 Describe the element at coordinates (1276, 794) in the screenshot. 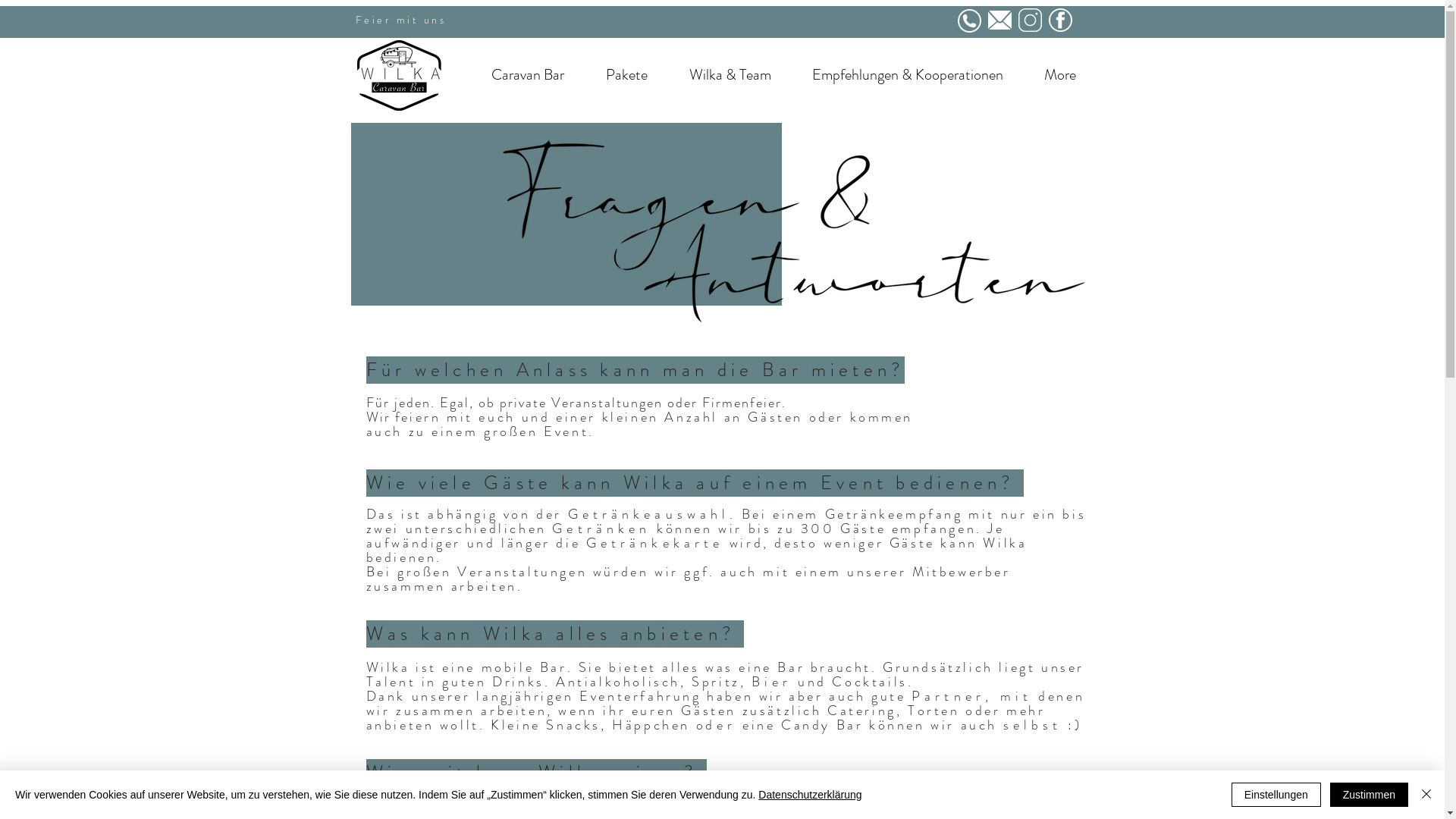

I see `'Einstellungen'` at that location.